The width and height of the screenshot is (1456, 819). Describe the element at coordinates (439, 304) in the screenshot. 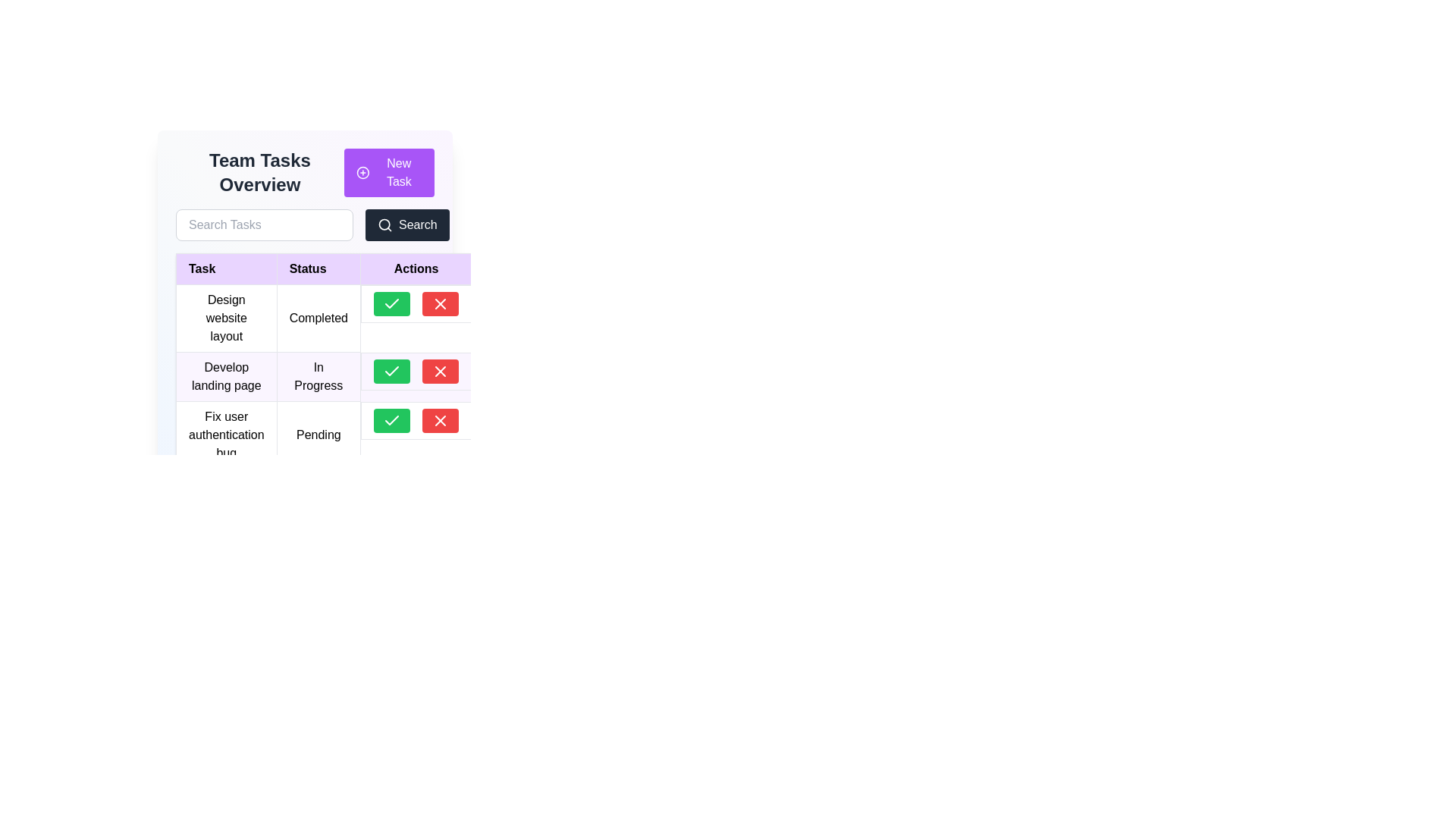

I see `the 'X' icon in the 'Actions' column of the table for the task 'Design website layout'` at that location.